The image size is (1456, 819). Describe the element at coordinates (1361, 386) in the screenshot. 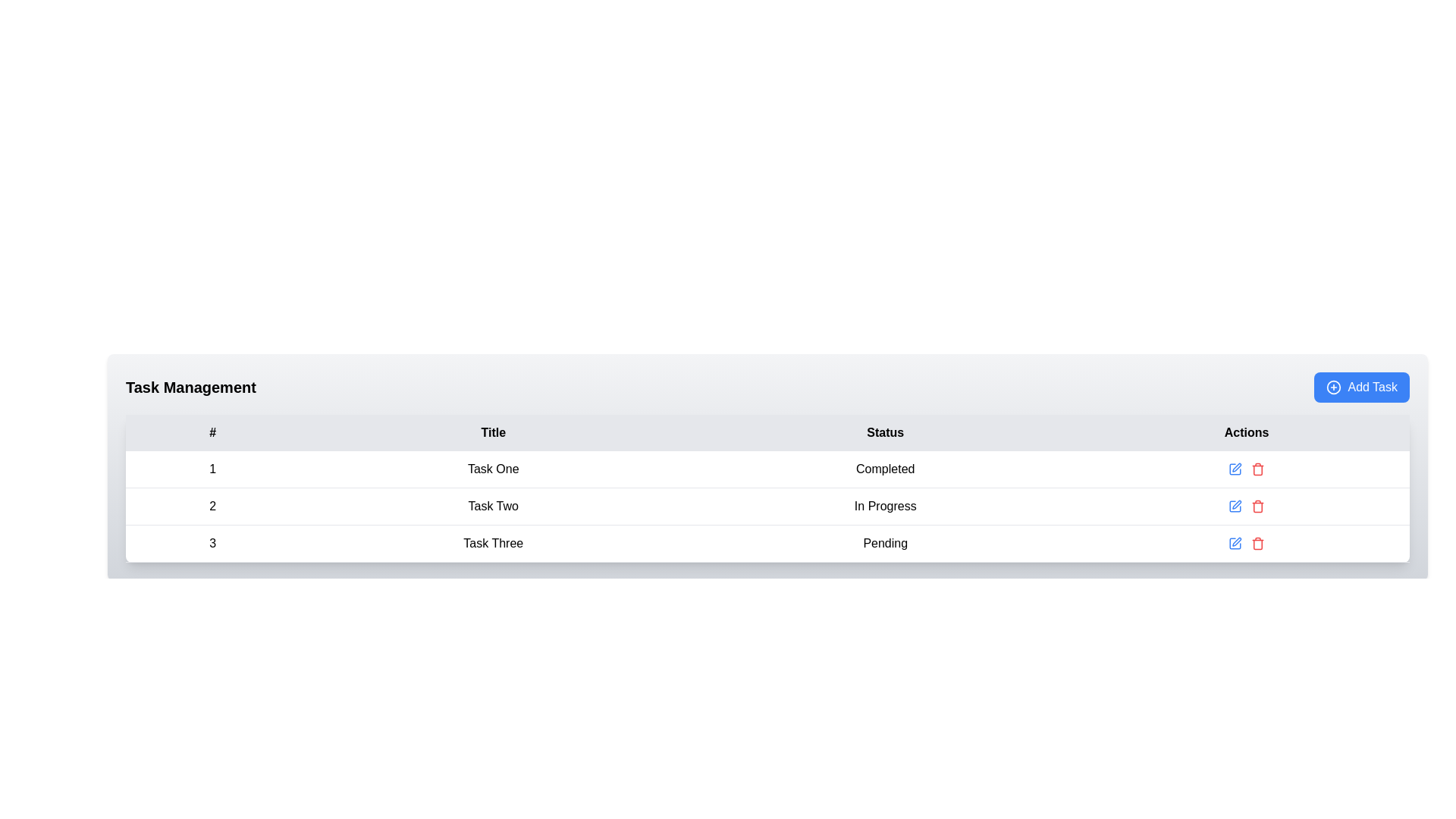

I see `the blue 'Add Task' button located in the top-right corner of the interface, which features a white plus icon and white text` at that location.